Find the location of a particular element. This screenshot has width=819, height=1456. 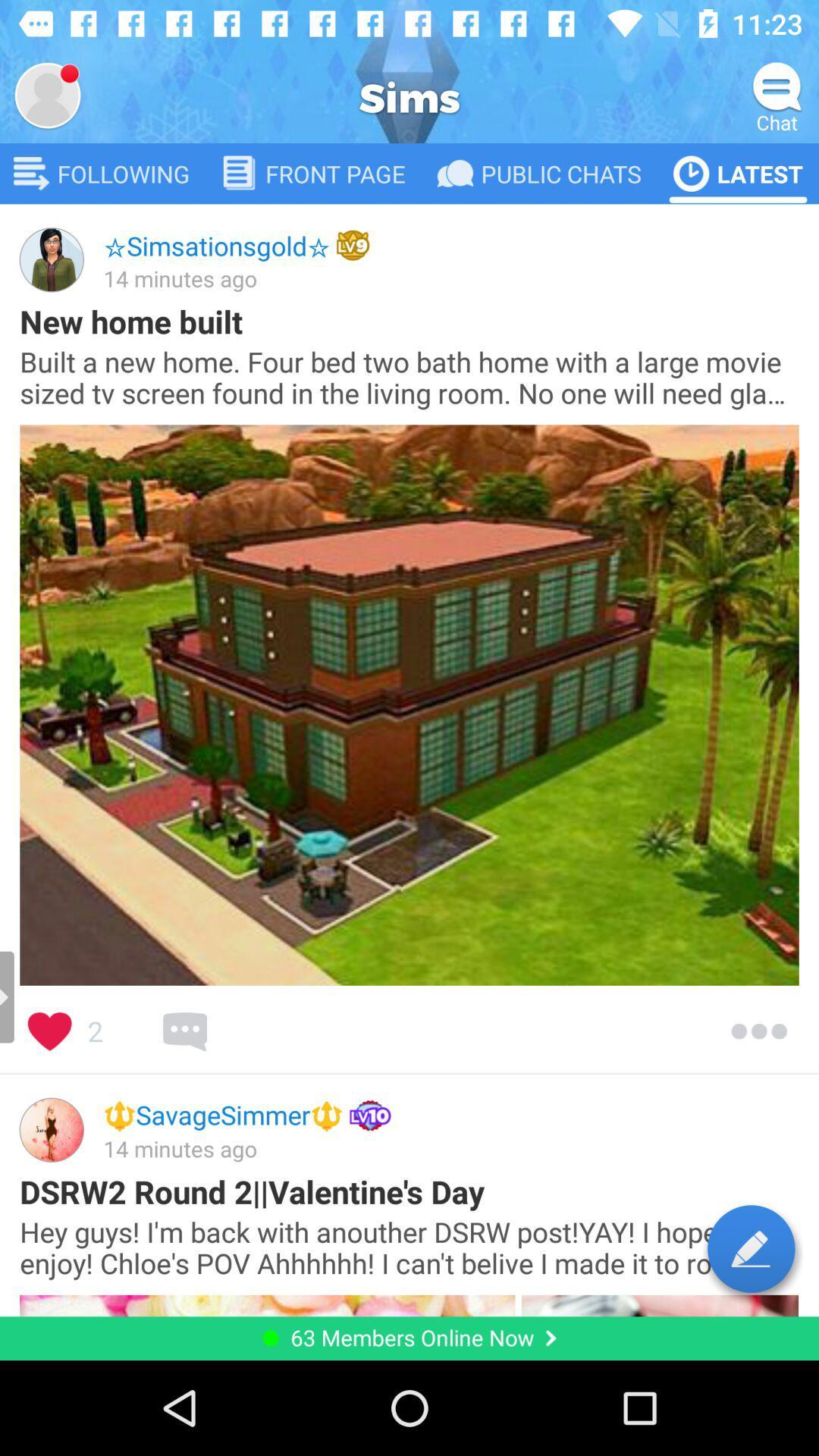

to write something is located at coordinates (751, 1248).